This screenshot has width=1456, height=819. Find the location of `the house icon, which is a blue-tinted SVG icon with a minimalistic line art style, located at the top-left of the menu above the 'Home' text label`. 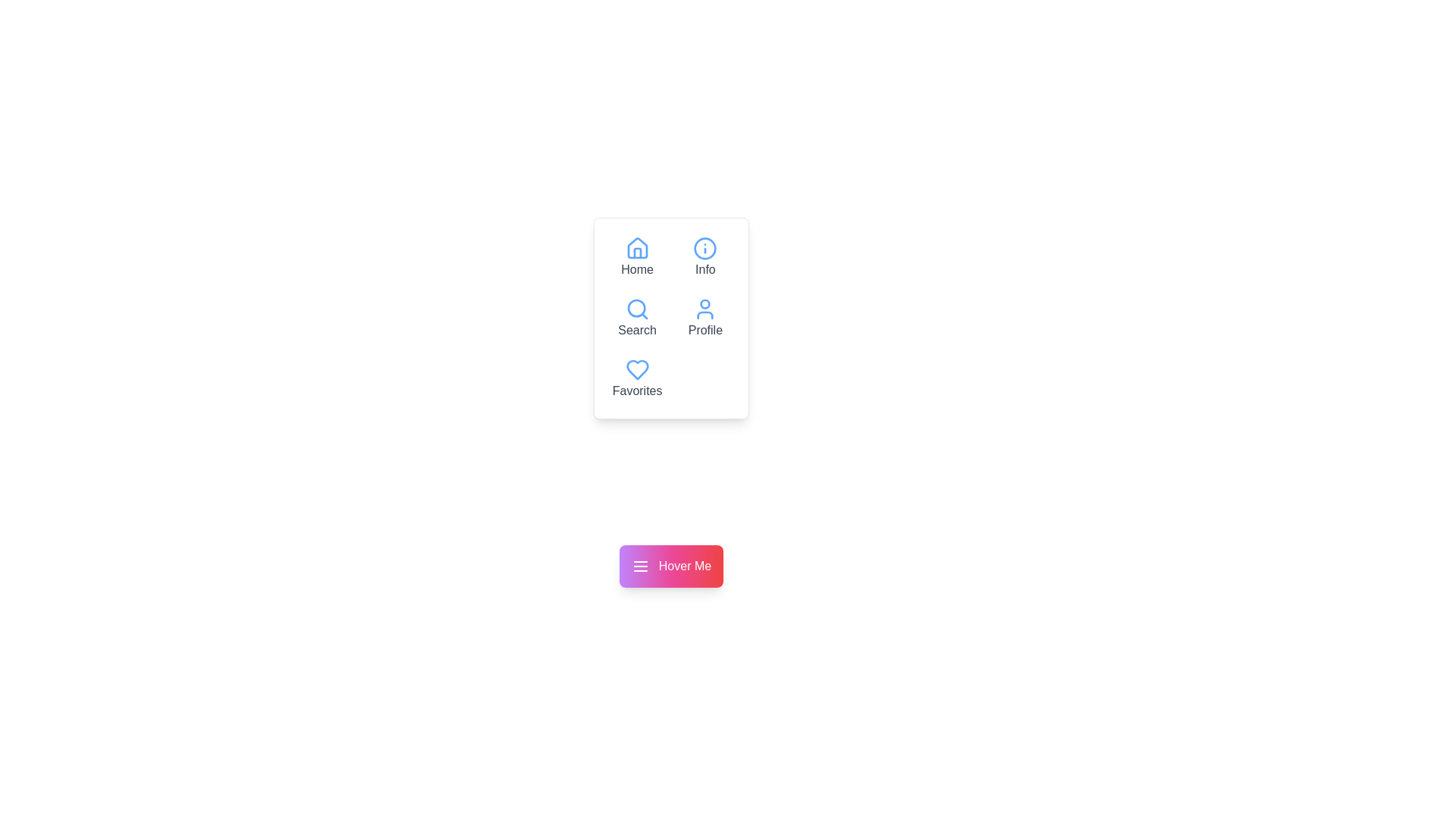

the house icon, which is a blue-tinted SVG icon with a minimalistic line art style, located at the top-left of the menu above the 'Home' text label is located at coordinates (637, 247).